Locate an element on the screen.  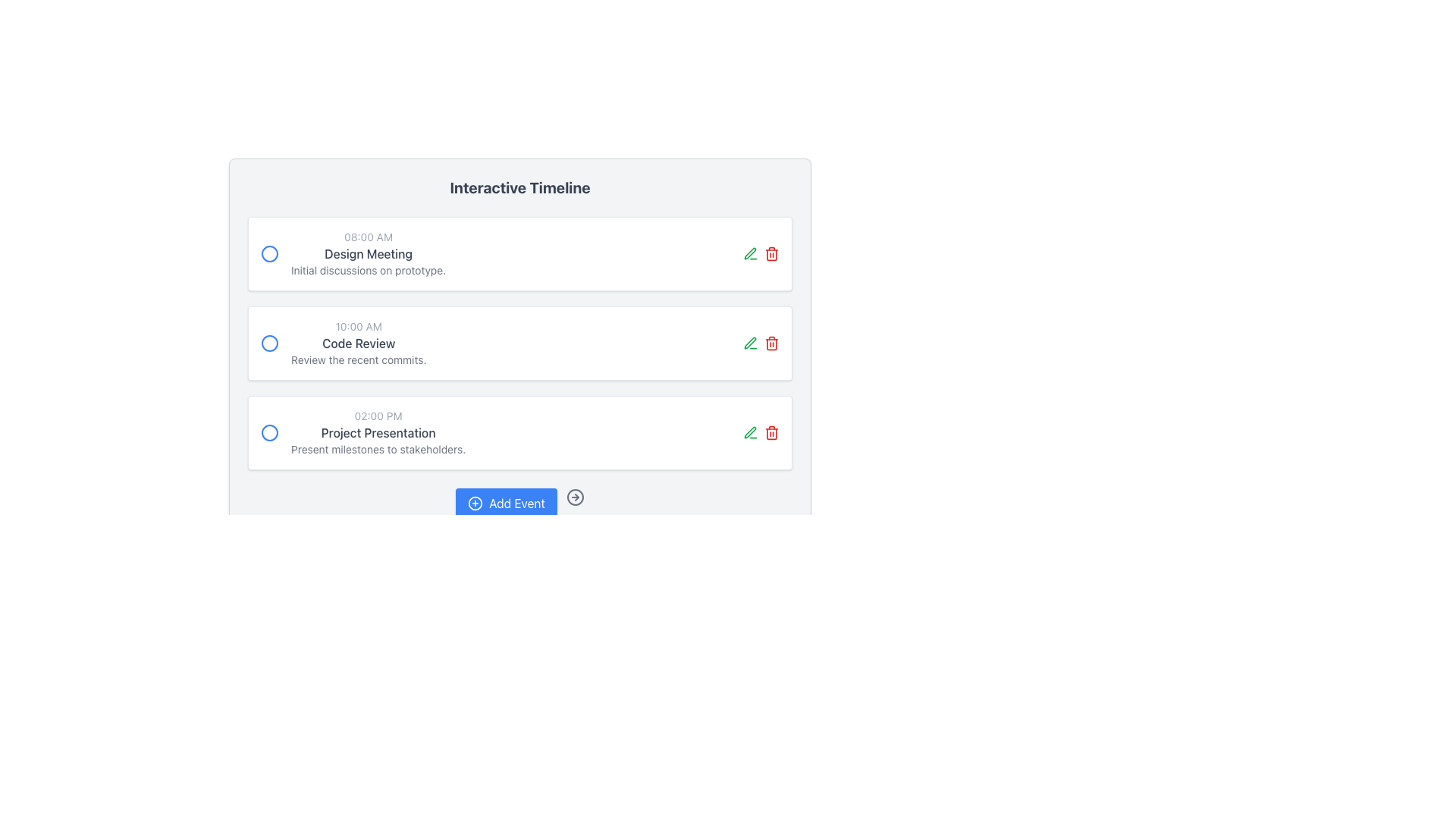
the blue circular icon with a hollow center that indicates selection, positioned at the start of the timeline entry for '08:00 AM' and 'Design Meeting' is located at coordinates (269, 253).